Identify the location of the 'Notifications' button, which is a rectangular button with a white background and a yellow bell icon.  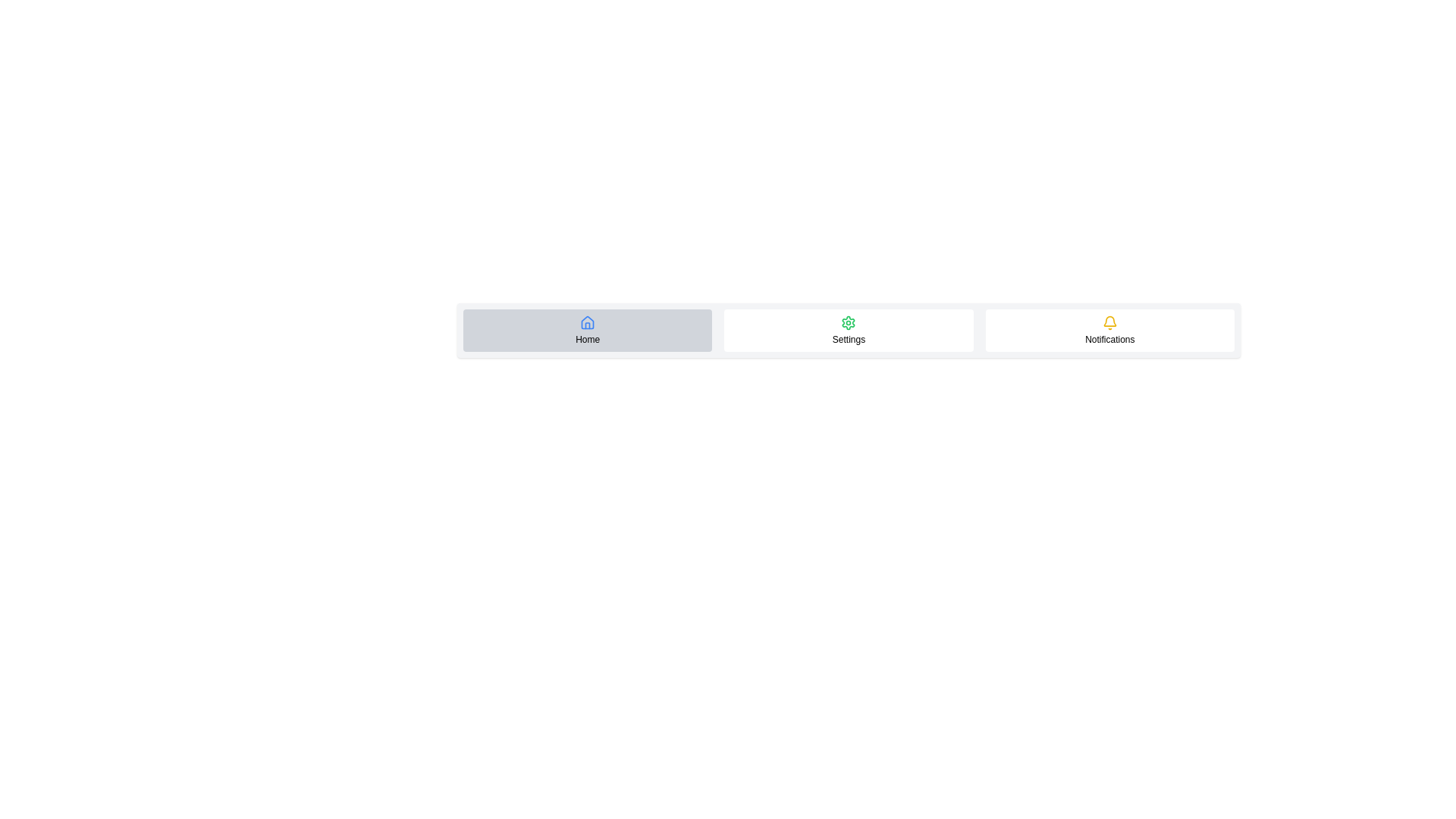
(1109, 329).